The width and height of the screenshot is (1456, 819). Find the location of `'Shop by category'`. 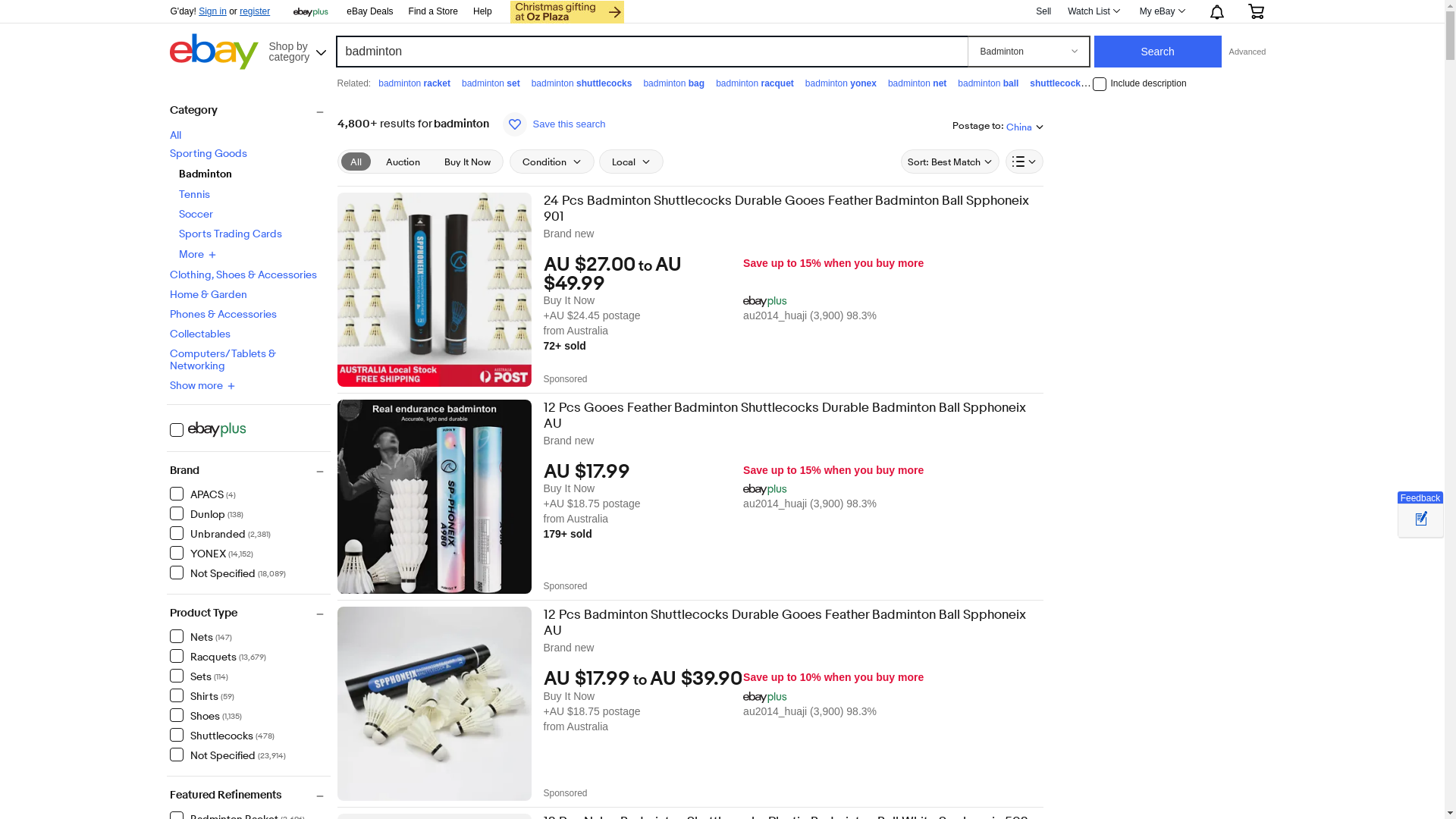

'Shop by category' is located at coordinates (296, 49).